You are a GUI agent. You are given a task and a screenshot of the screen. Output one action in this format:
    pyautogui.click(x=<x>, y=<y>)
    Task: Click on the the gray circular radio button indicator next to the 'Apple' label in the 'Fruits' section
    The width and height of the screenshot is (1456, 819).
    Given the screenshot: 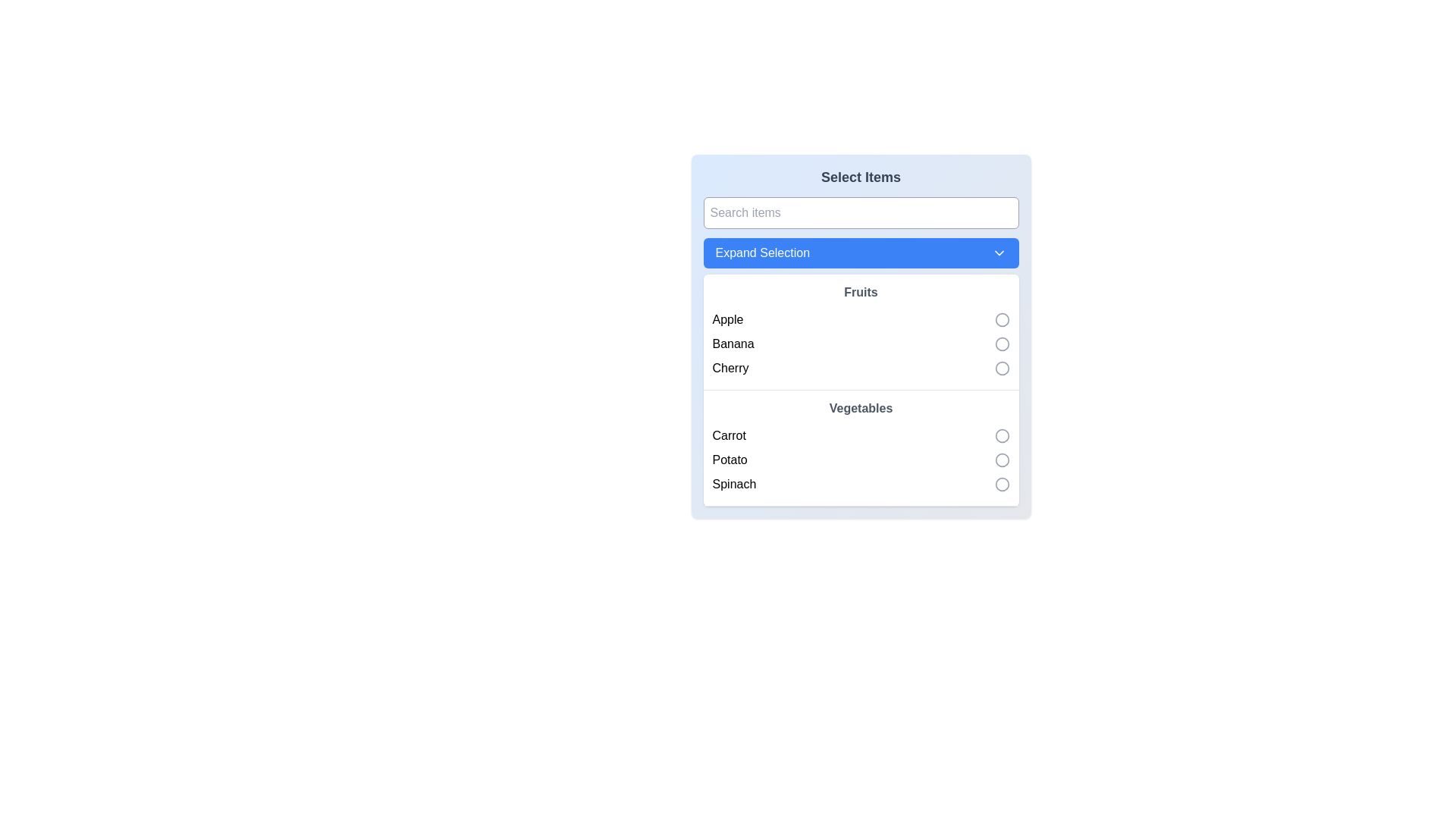 What is the action you would take?
    pyautogui.click(x=1002, y=318)
    